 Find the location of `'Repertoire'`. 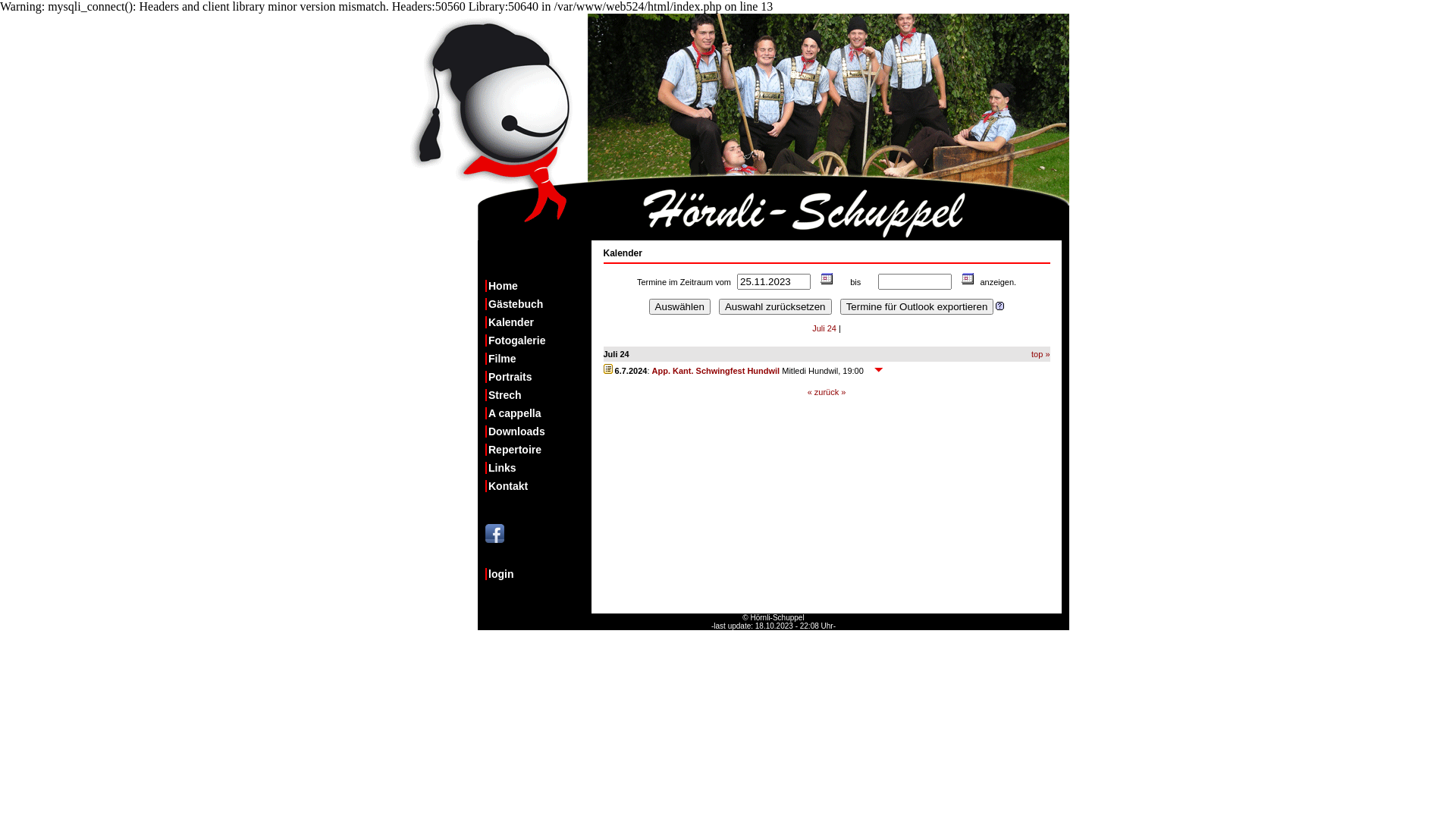

'Repertoire' is located at coordinates (538, 449).